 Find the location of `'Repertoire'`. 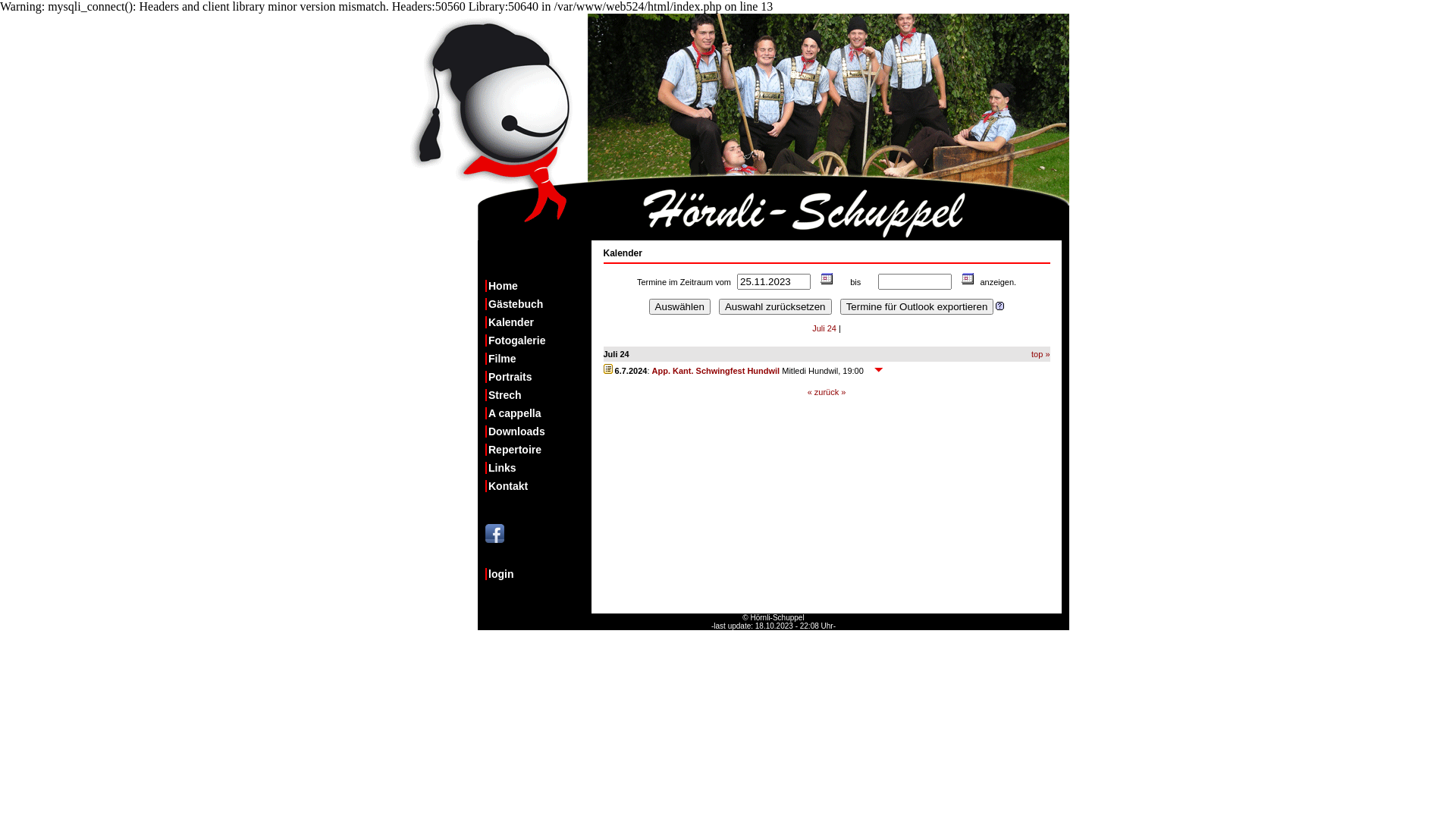

'Repertoire' is located at coordinates (538, 449).